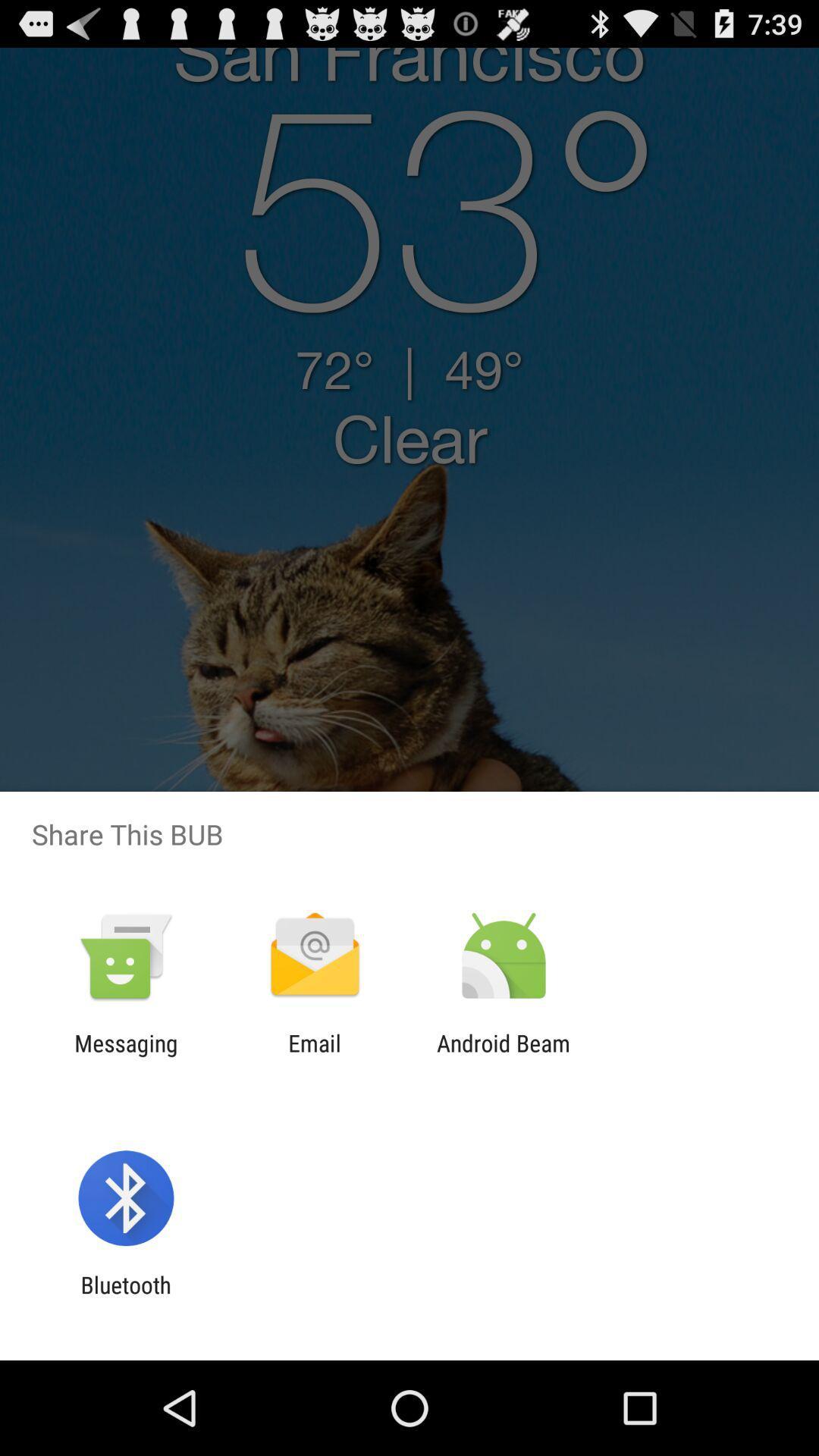 The width and height of the screenshot is (819, 1456). I want to click on app to the left of the email item, so click(125, 1056).